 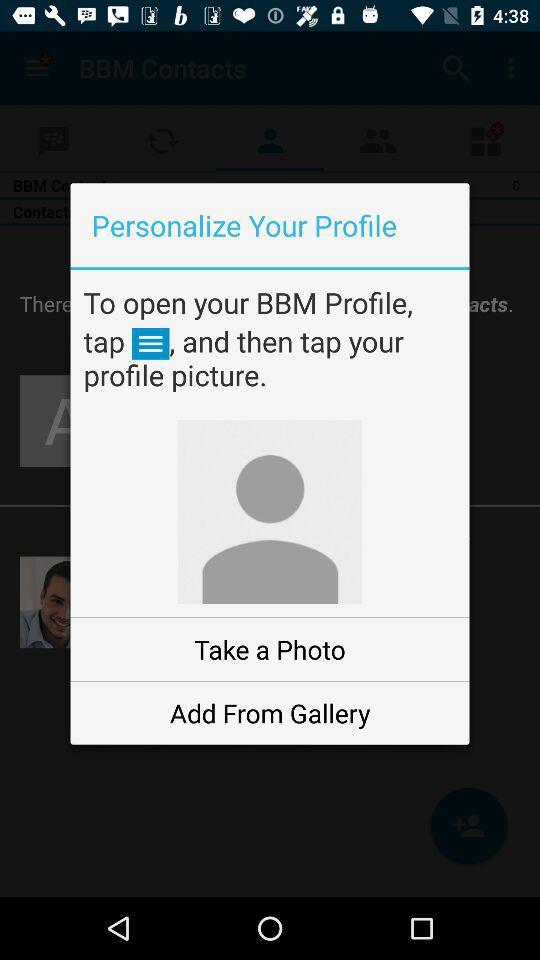 I want to click on add from gallery, so click(x=270, y=713).